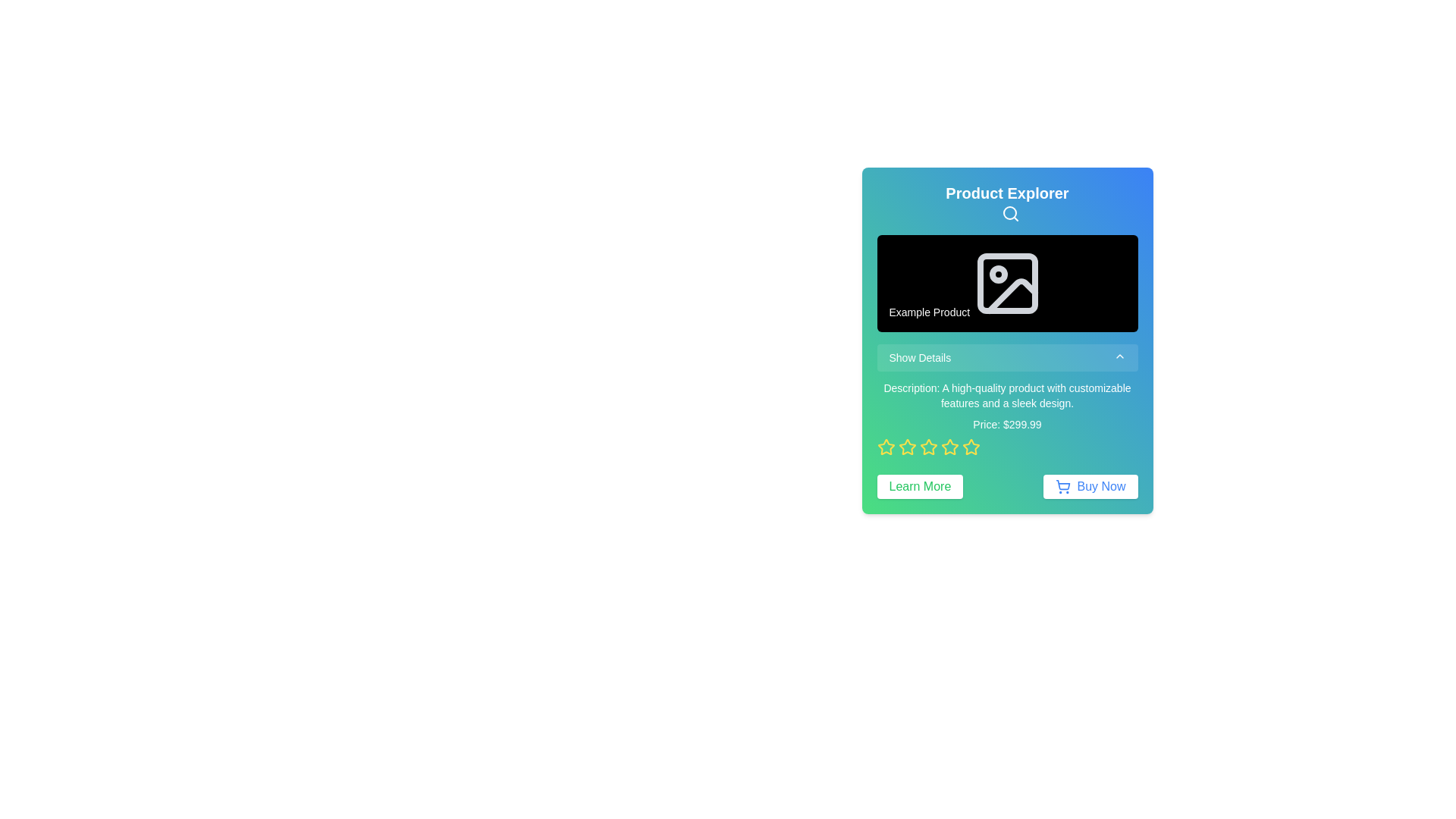 The height and width of the screenshot is (819, 1456). What do you see at coordinates (1012, 296) in the screenshot?
I see `the icon located at the top right of the card UI component, which serves as a visual element of the image placeholder` at bounding box center [1012, 296].